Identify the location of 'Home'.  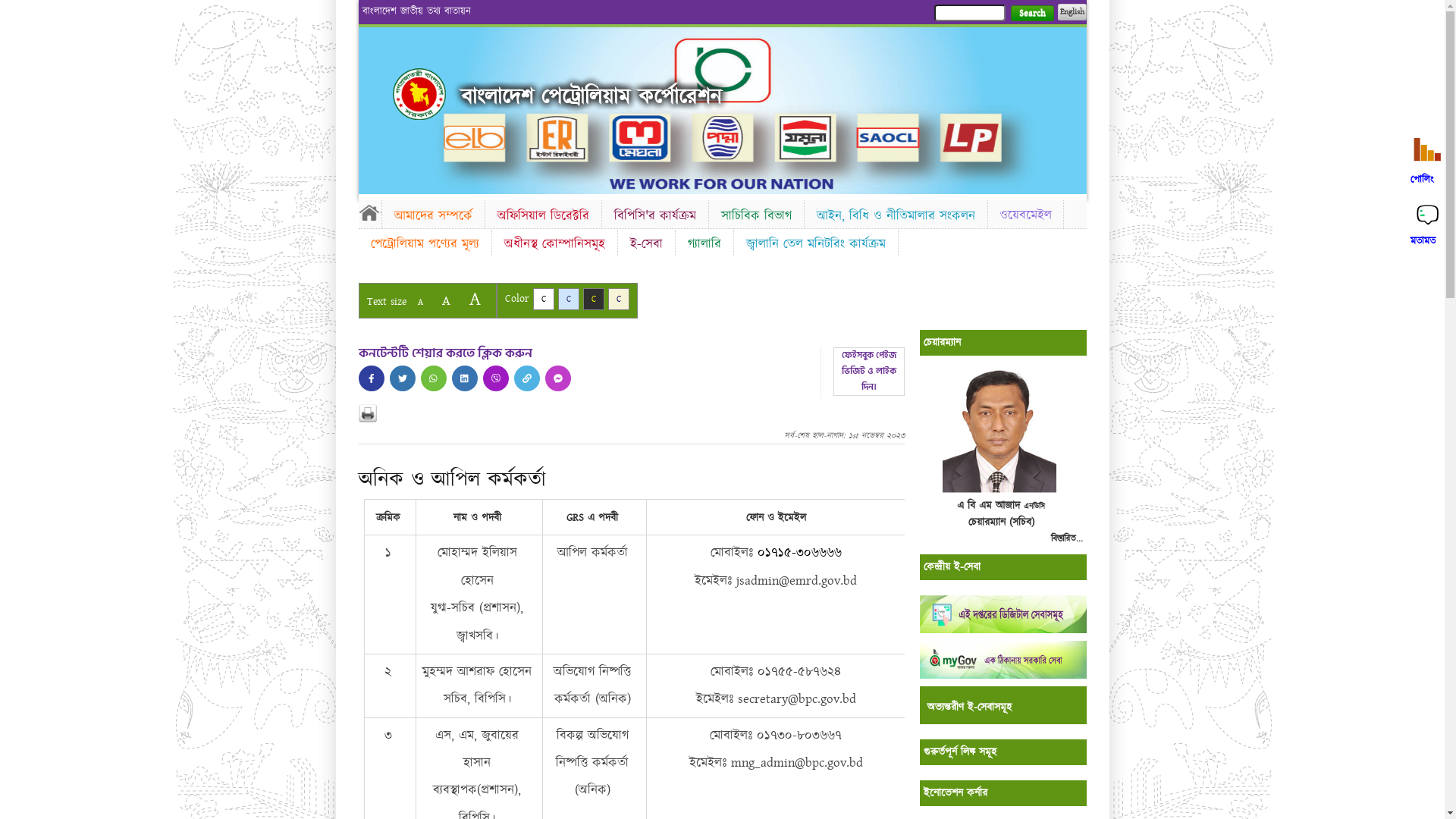
(419, 93).